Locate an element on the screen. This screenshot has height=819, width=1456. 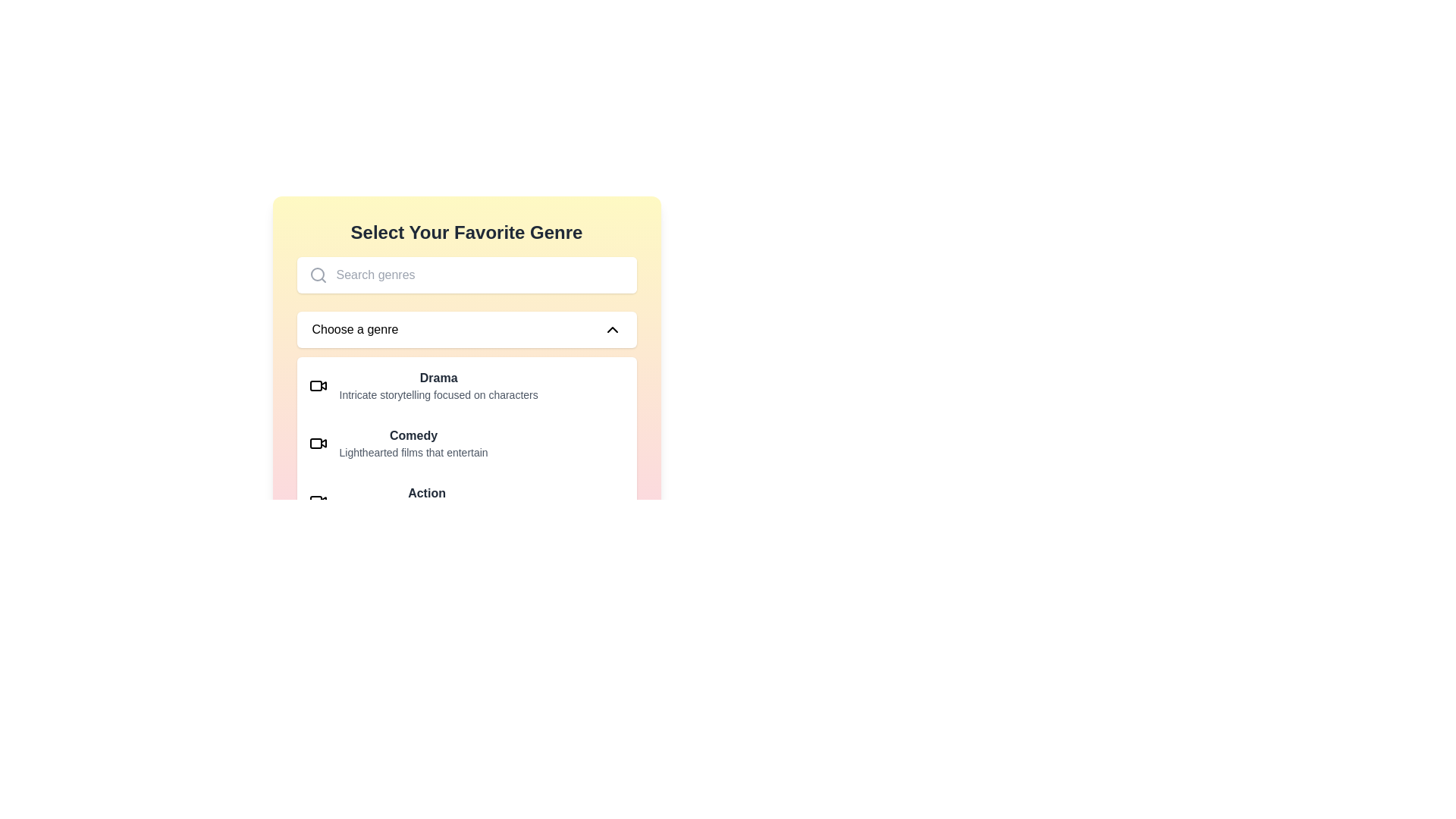
the video camera or play button icon that represents the Comedy genre option in the option list component is located at coordinates (322, 443).